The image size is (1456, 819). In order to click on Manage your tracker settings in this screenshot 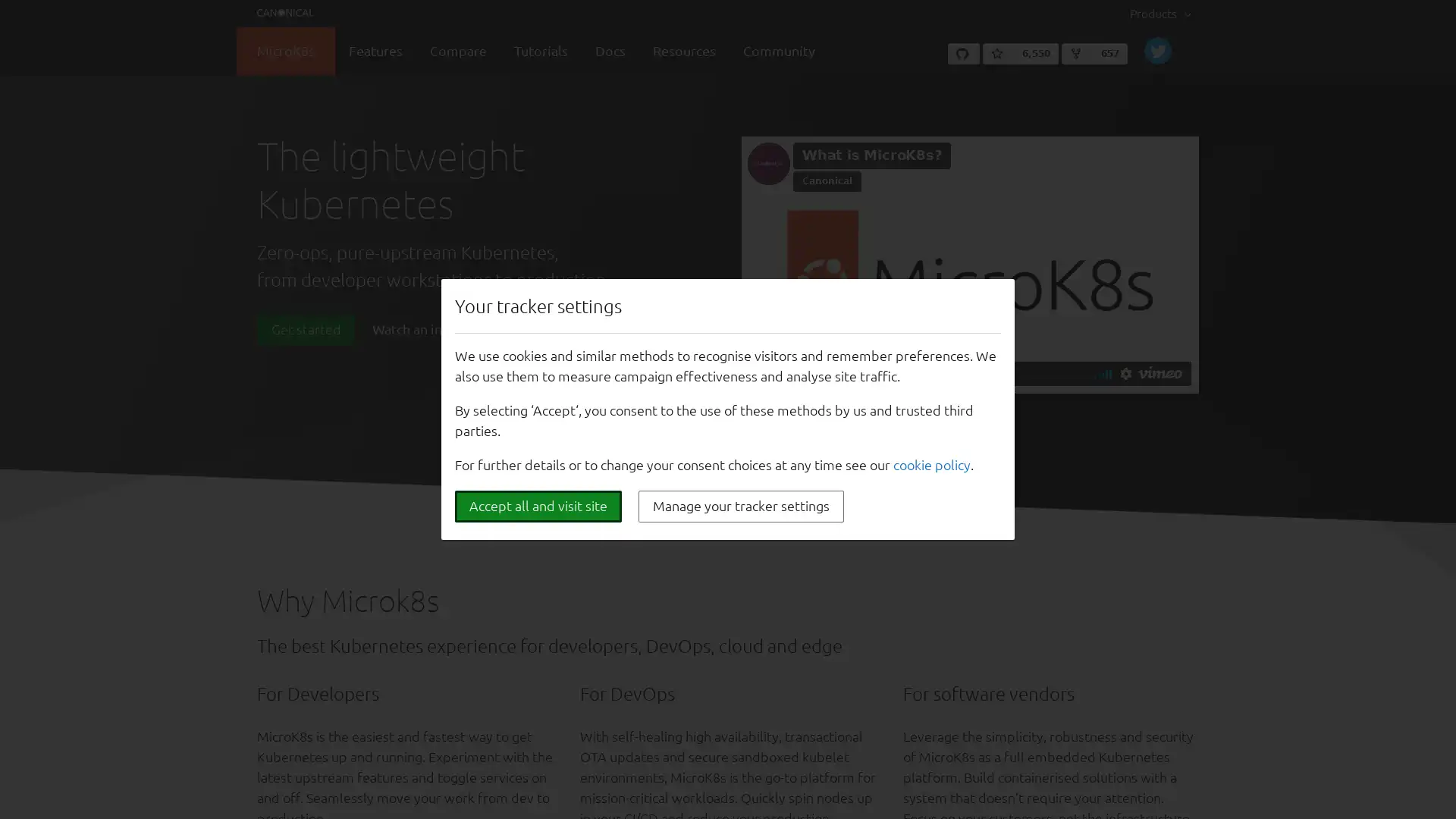, I will do `click(741, 506)`.